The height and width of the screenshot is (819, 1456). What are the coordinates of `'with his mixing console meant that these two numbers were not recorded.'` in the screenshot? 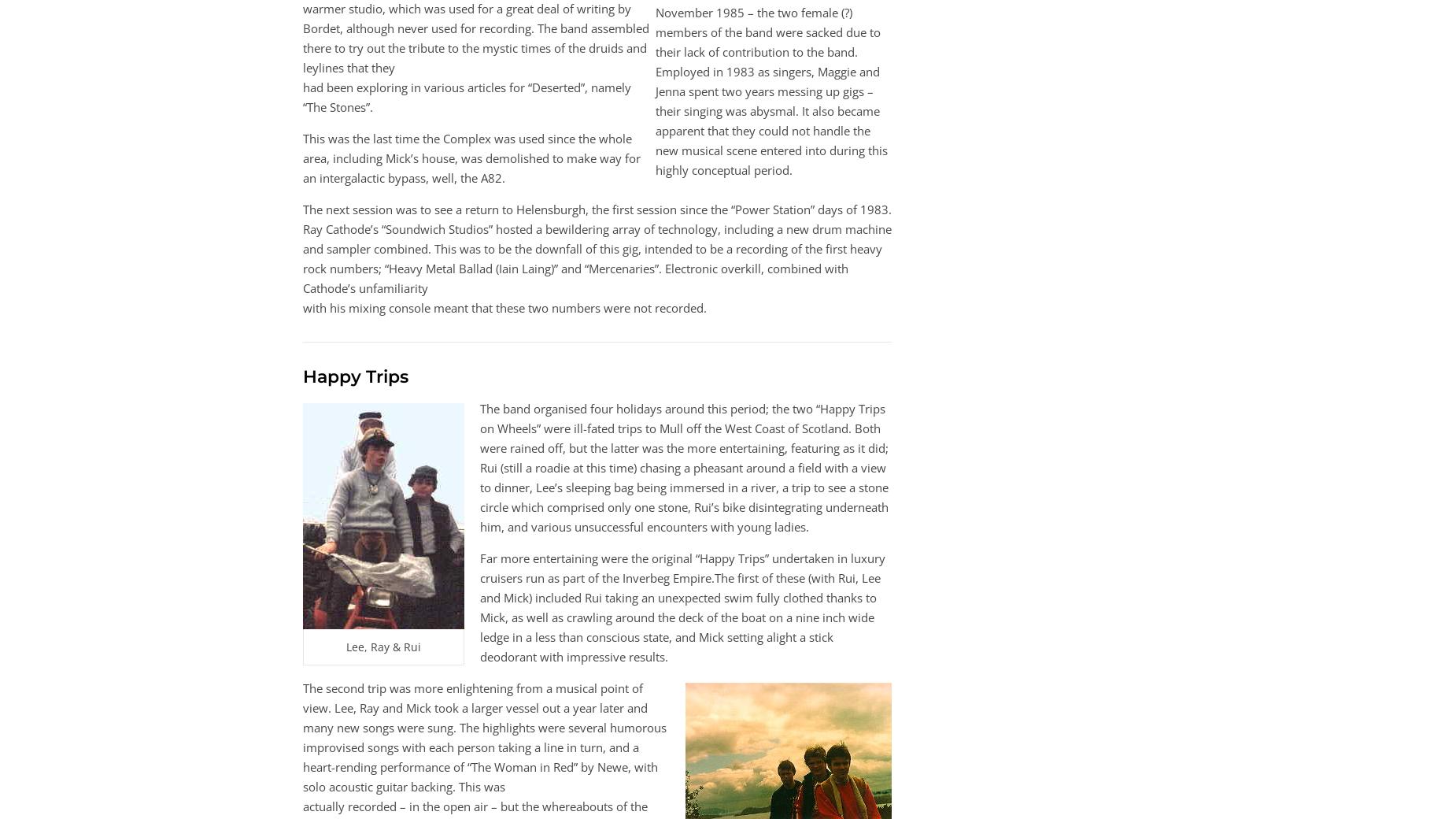 It's located at (504, 308).